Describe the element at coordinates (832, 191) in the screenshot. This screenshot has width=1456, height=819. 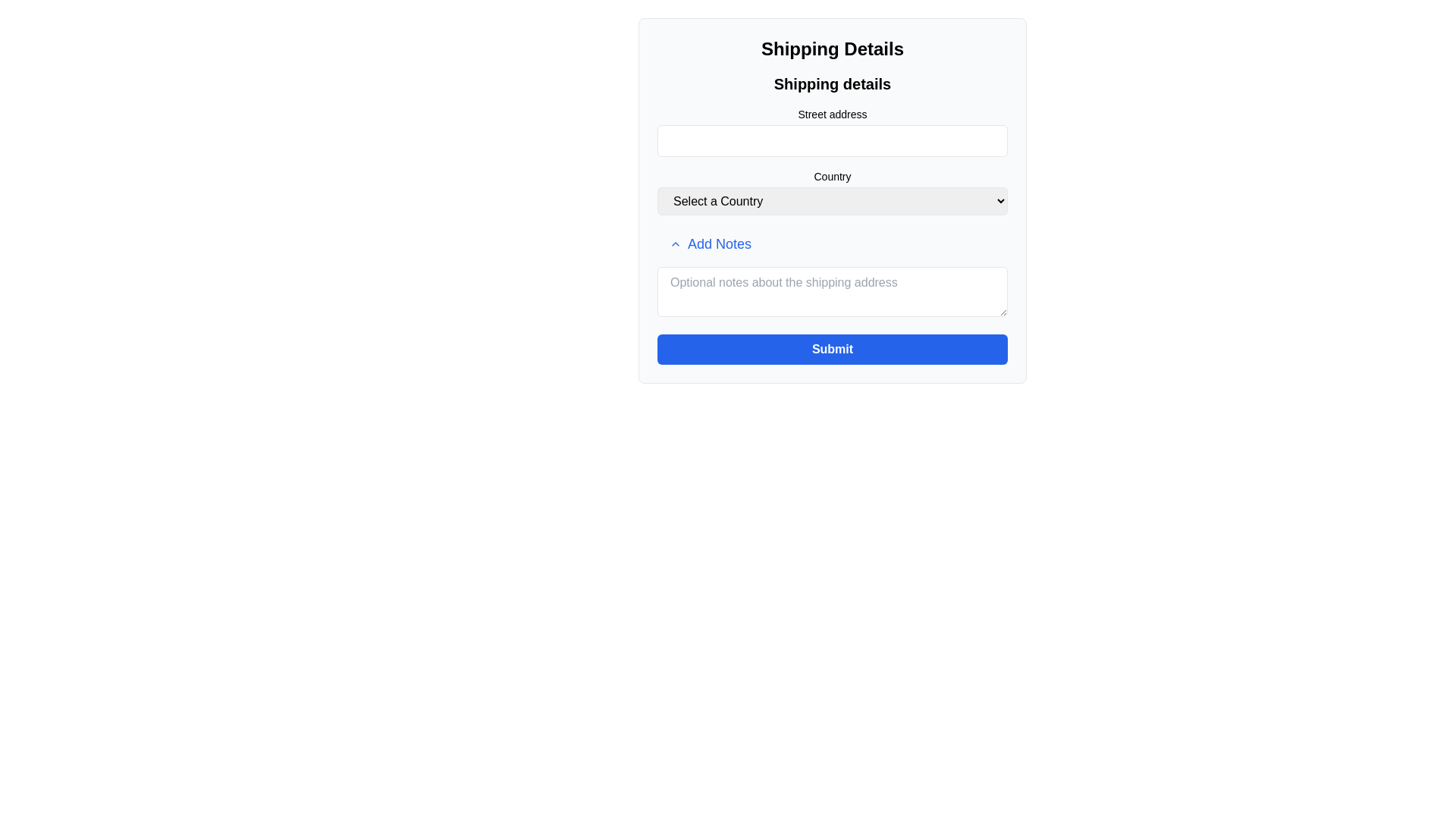
I see `an option from the 'Country' dropdown menu located below the 'Shipping details' header` at that location.